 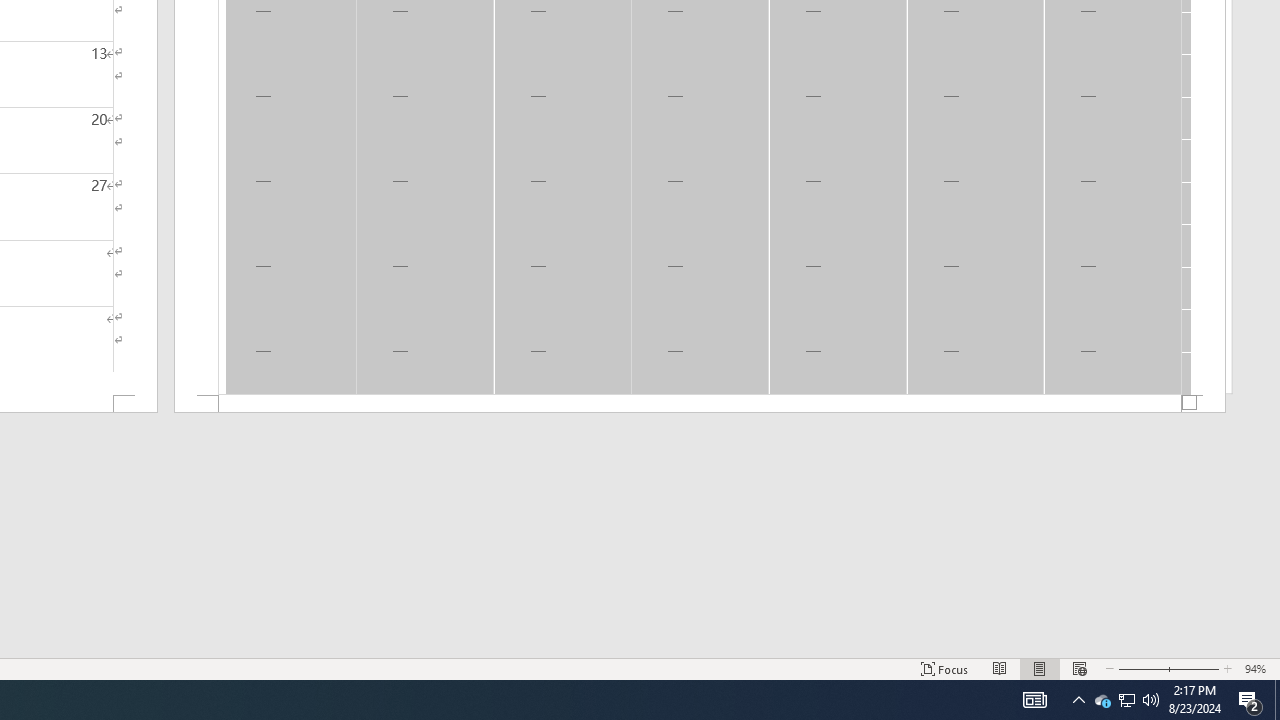 I want to click on 'Read Mode', so click(x=1000, y=669).